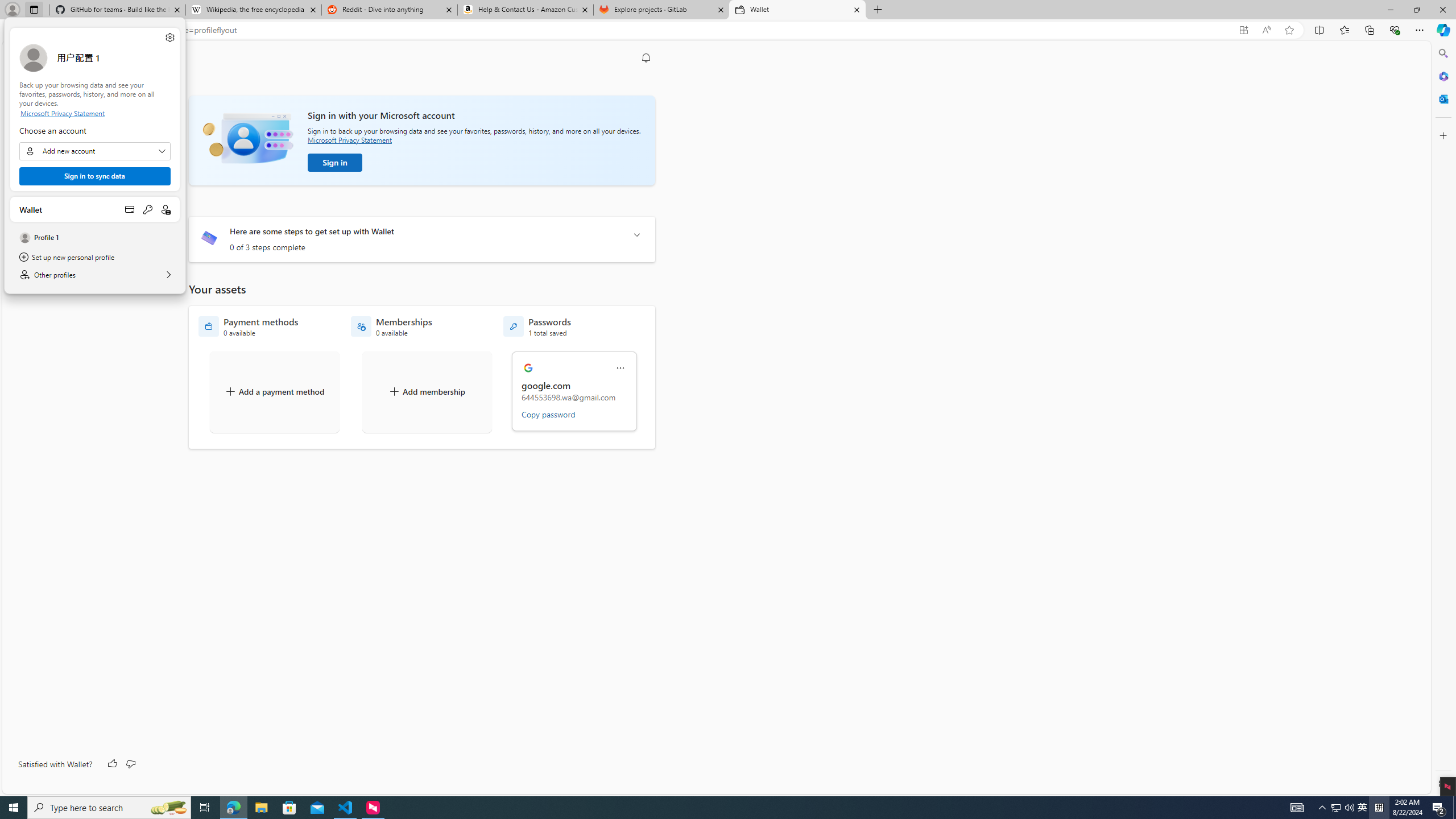 The image size is (1456, 819). What do you see at coordinates (289, 806) in the screenshot?
I see `'Microsoft Store'` at bounding box center [289, 806].